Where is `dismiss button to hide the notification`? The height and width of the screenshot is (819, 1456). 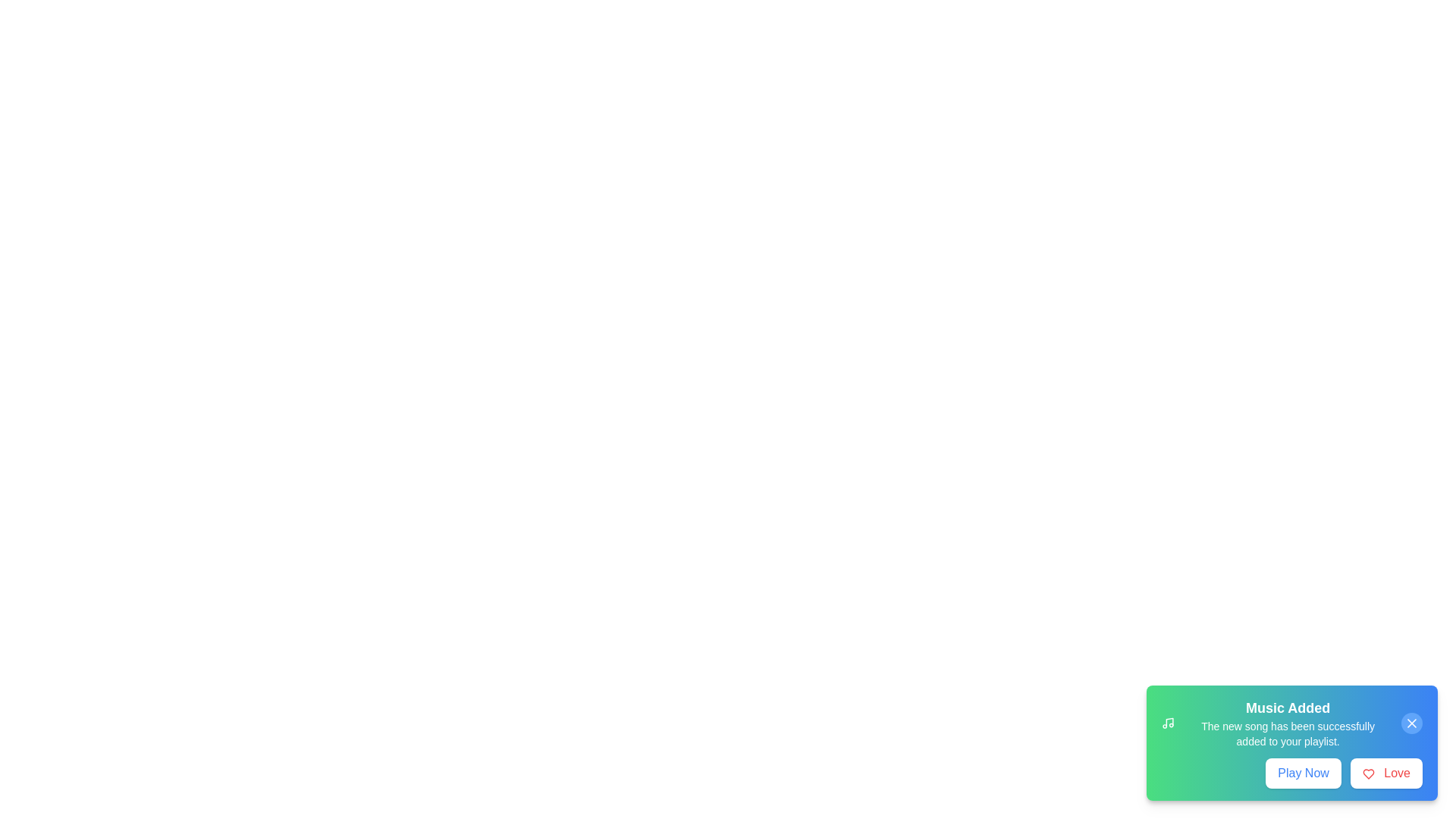 dismiss button to hide the notification is located at coordinates (1411, 722).